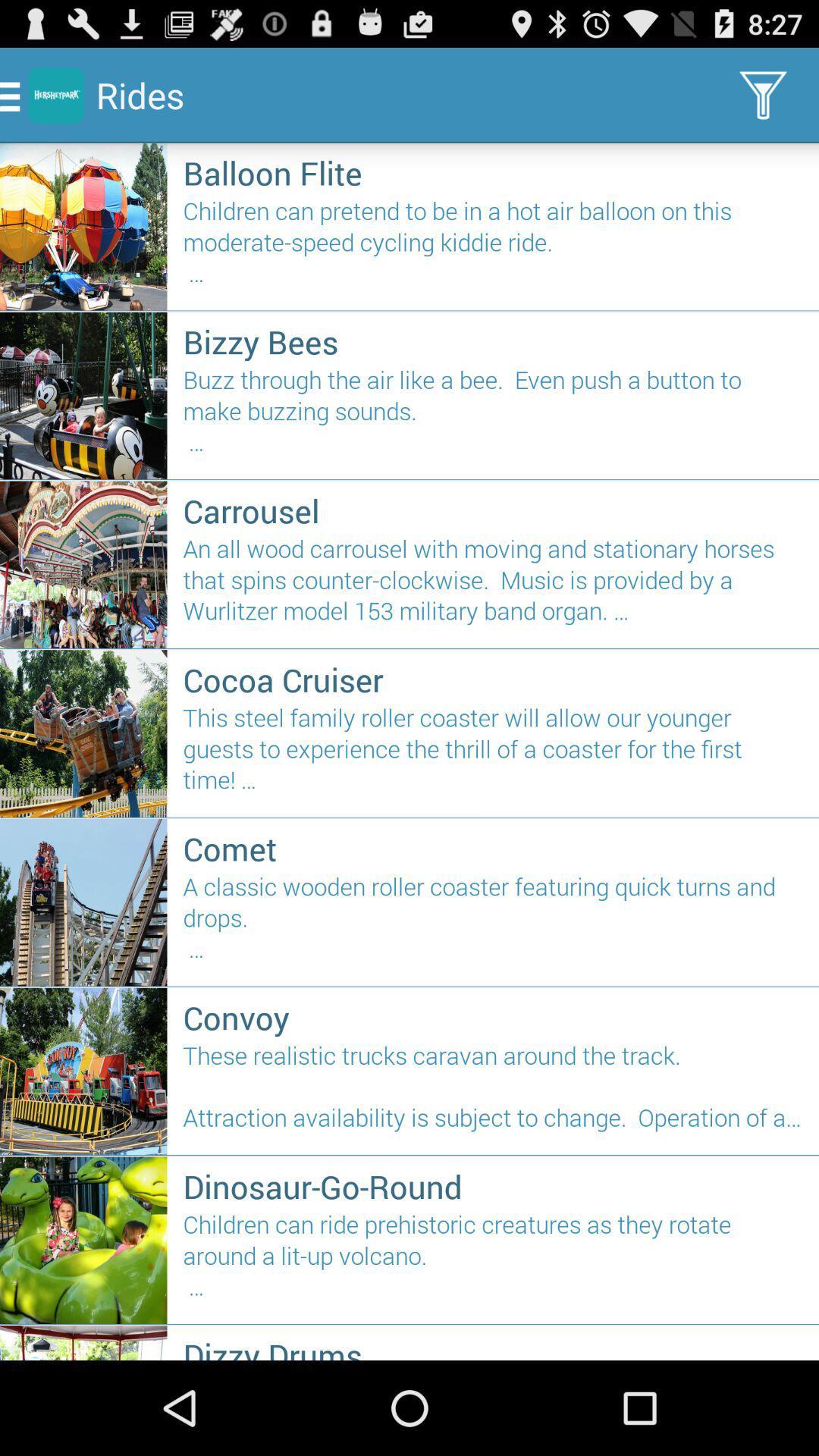 Image resolution: width=819 pixels, height=1456 pixels. I want to click on bizzy bees item, so click(493, 340).